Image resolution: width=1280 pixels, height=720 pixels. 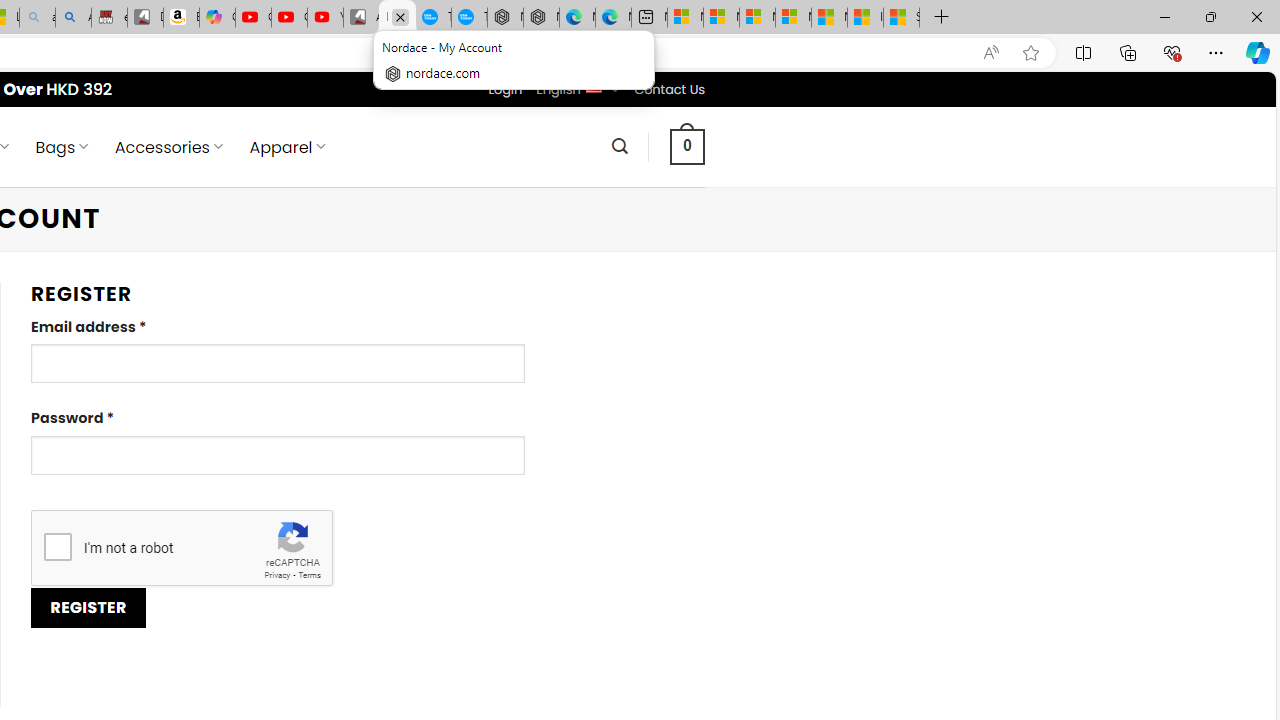 What do you see at coordinates (592, 85) in the screenshot?
I see `'English'` at bounding box center [592, 85].